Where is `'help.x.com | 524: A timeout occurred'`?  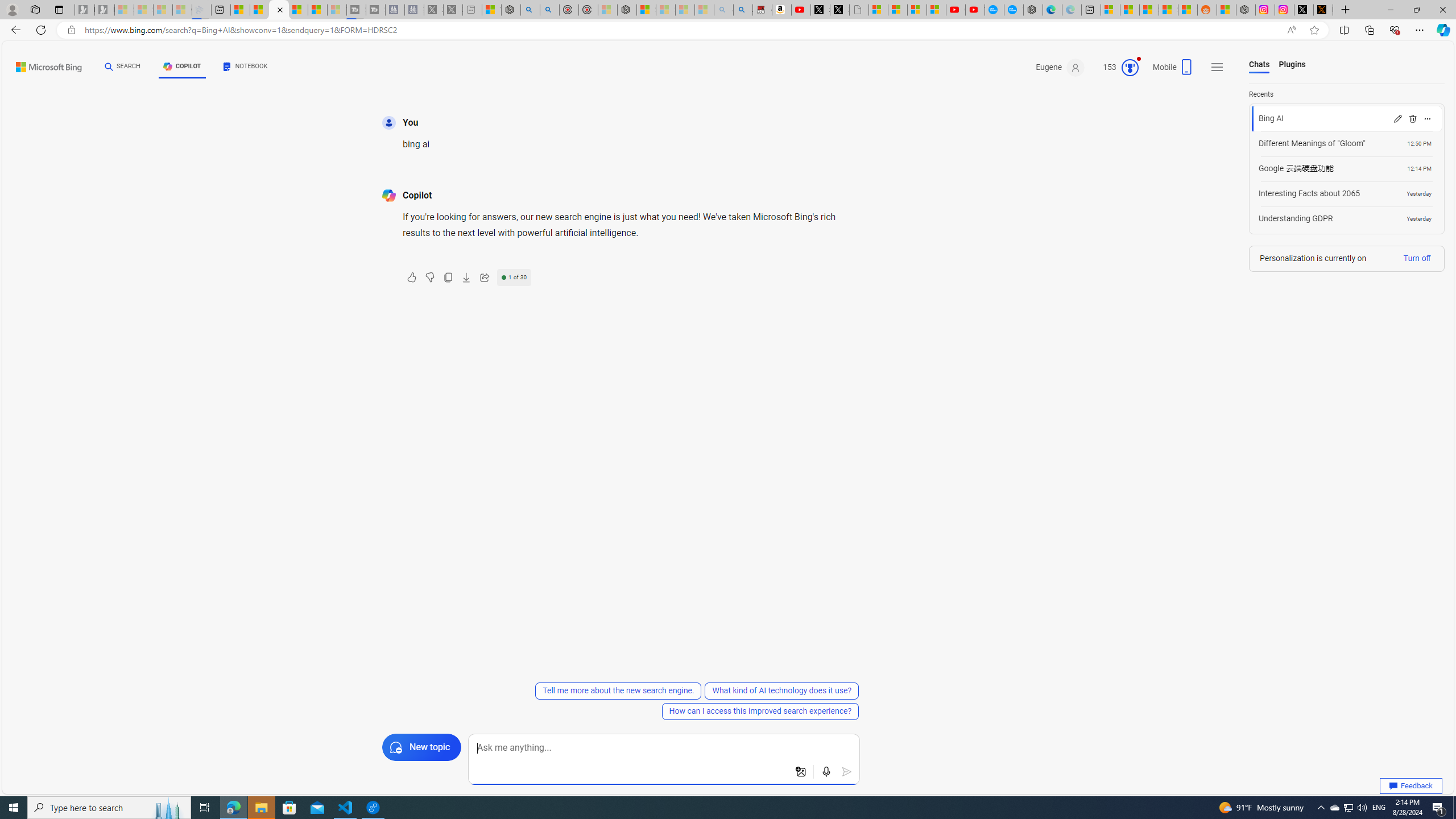
'help.x.com | 524: A timeout occurred' is located at coordinates (1323, 9).